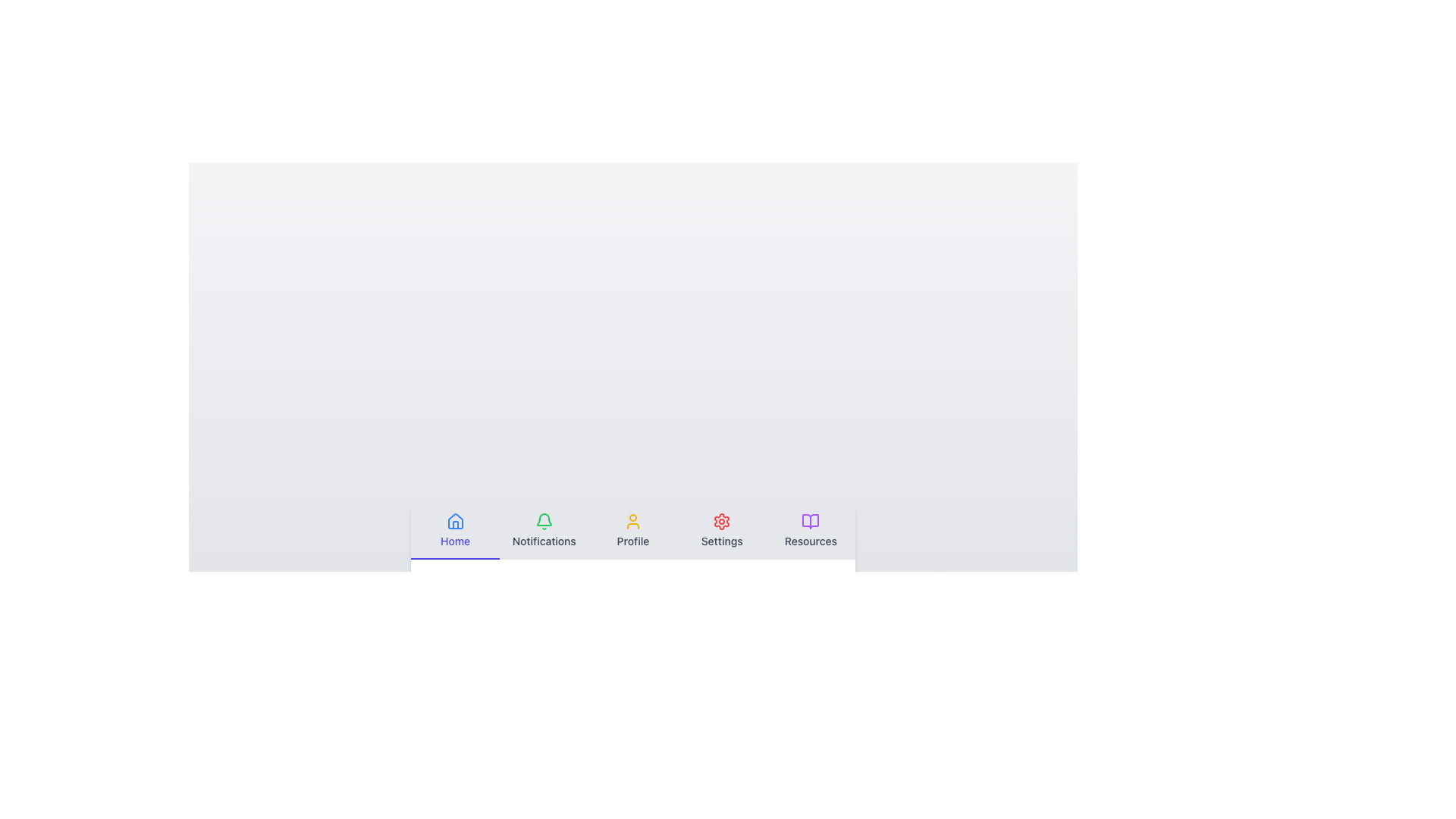 This screenshot has height=819, width=1456. I want to click on the 'Home' icon, which is represented by a graphical house icon located in the bottom navigation bar as the first item from the left, so click(454, 524).